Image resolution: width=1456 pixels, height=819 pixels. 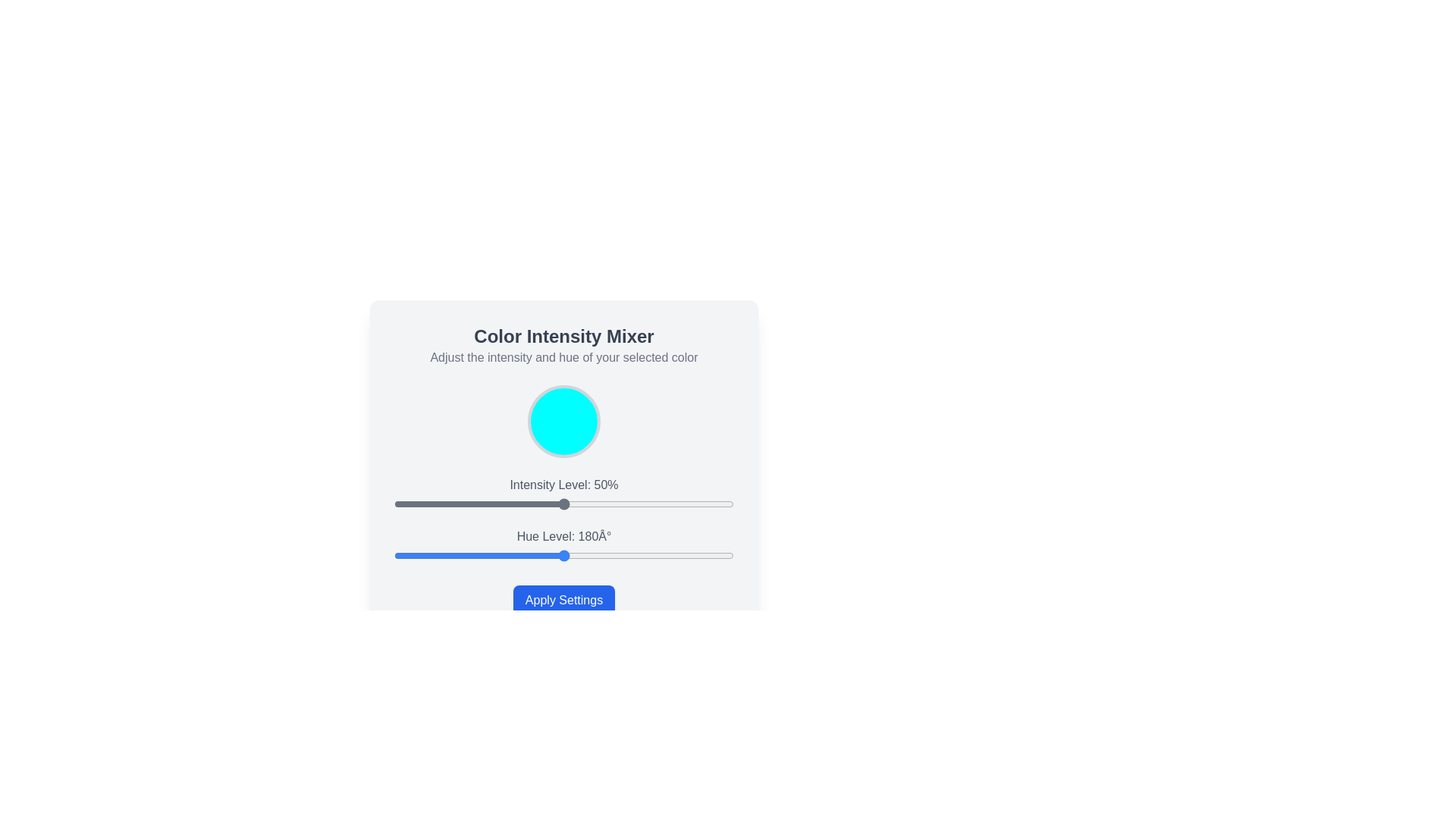 What do you see at coordinates (563, 599) in the screenshot?
I see `the 'Apply Settings' button` at bounding box center [563, 599].